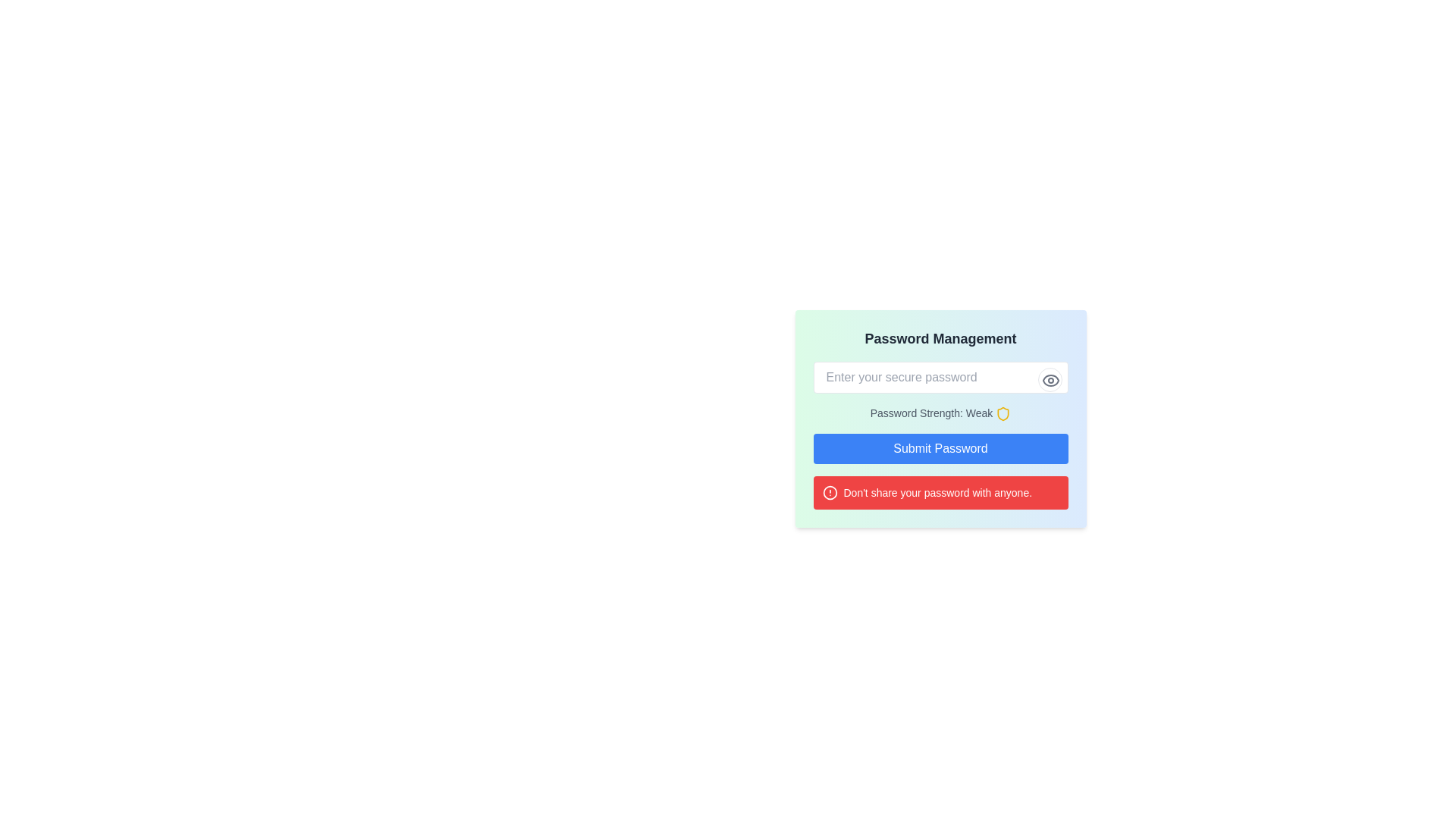 The width and height of the screenshot is (1456, 819). I want to click on the text header reading 'Password Management', which is a bold, large font element colored dark gray and positioned above the password input field, so click(940, 338).